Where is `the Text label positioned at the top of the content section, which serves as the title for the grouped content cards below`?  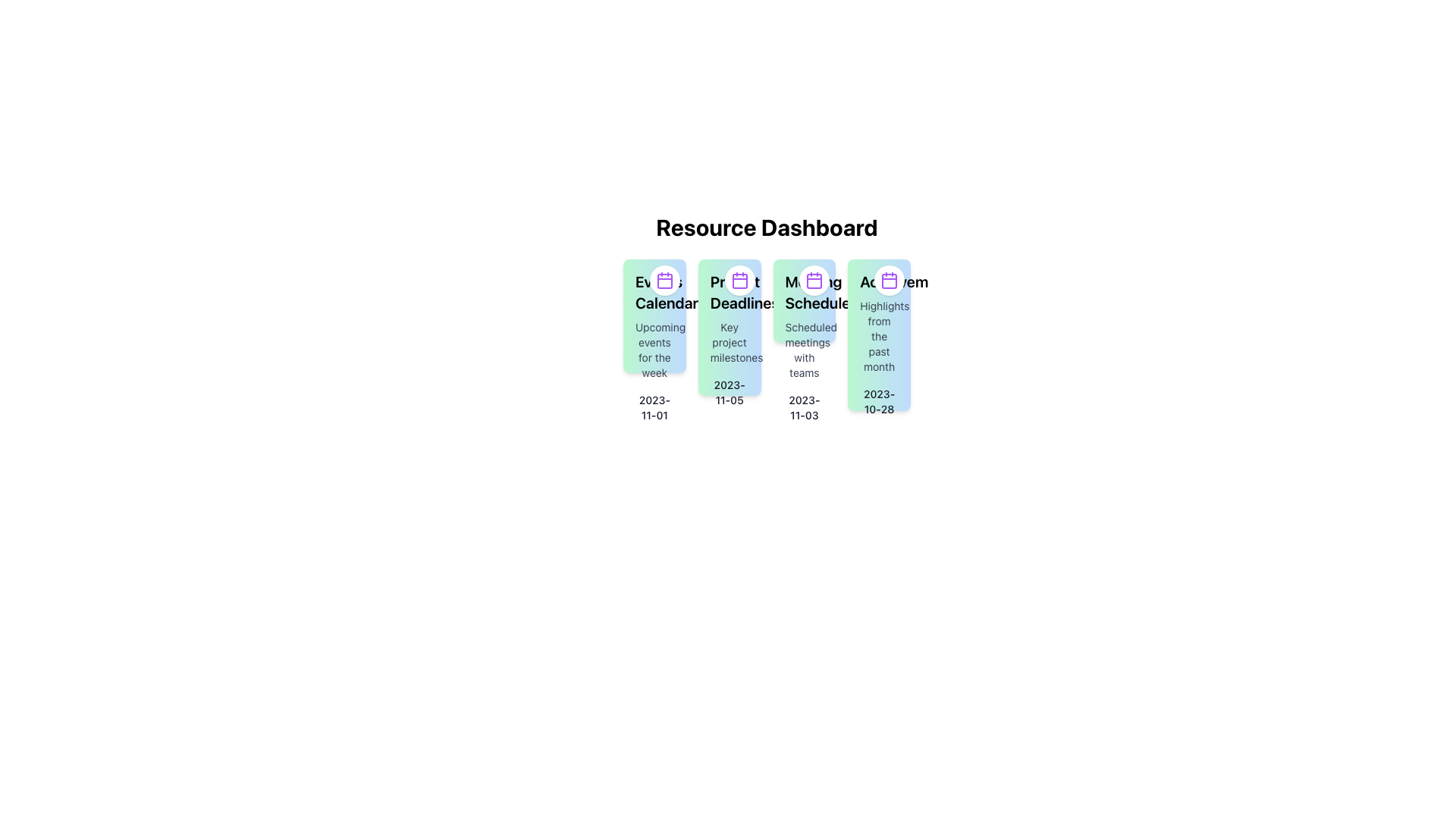
the Text label positioned at the top of the content section, which serves as the title for the grouped content cards below is located at coordinates (767, 227).